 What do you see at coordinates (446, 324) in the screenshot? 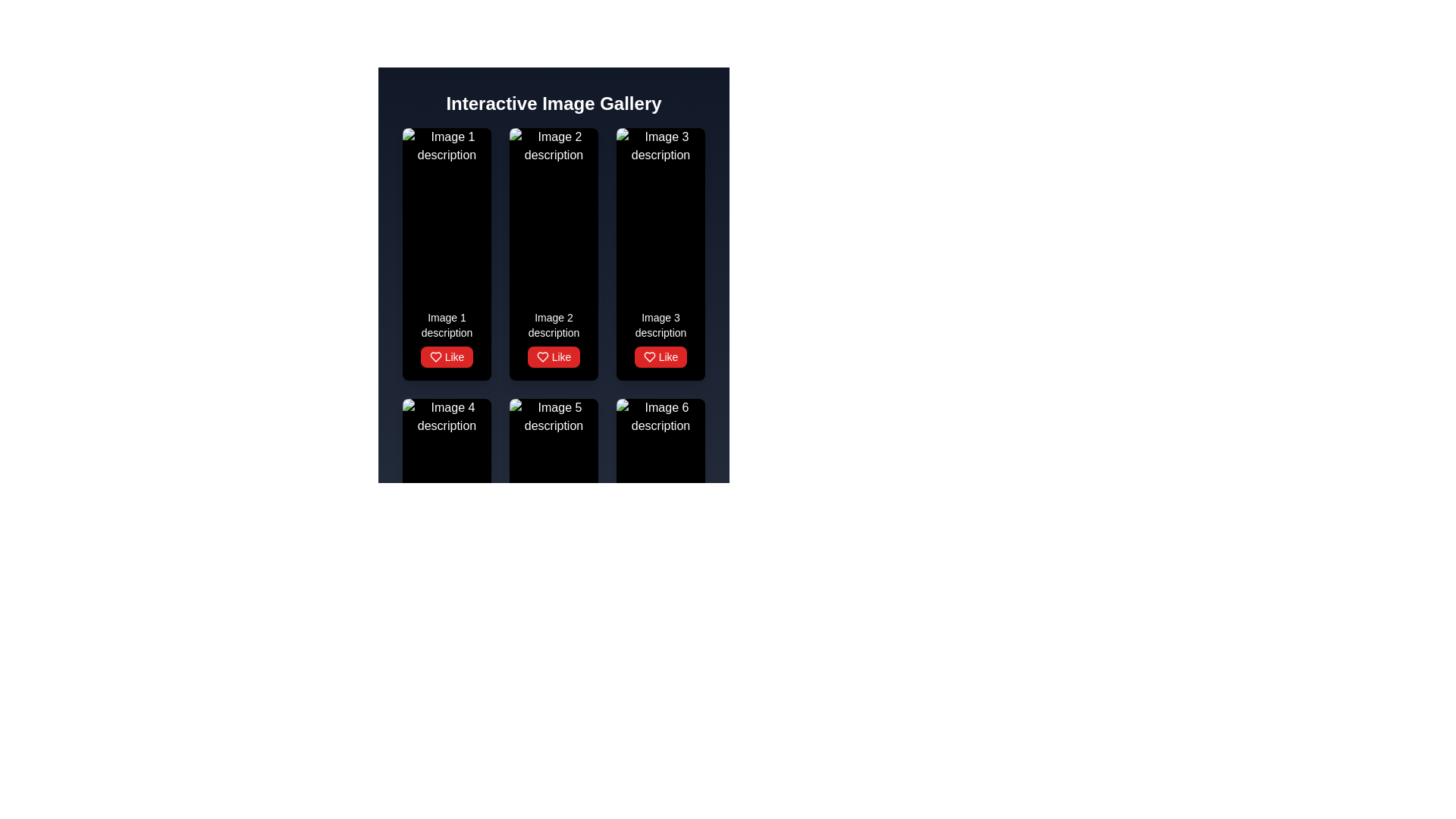
I see `descriptive text label located in the top-left section of the grid layout, which provides context for the associated image` at bounding box center [446, 324].